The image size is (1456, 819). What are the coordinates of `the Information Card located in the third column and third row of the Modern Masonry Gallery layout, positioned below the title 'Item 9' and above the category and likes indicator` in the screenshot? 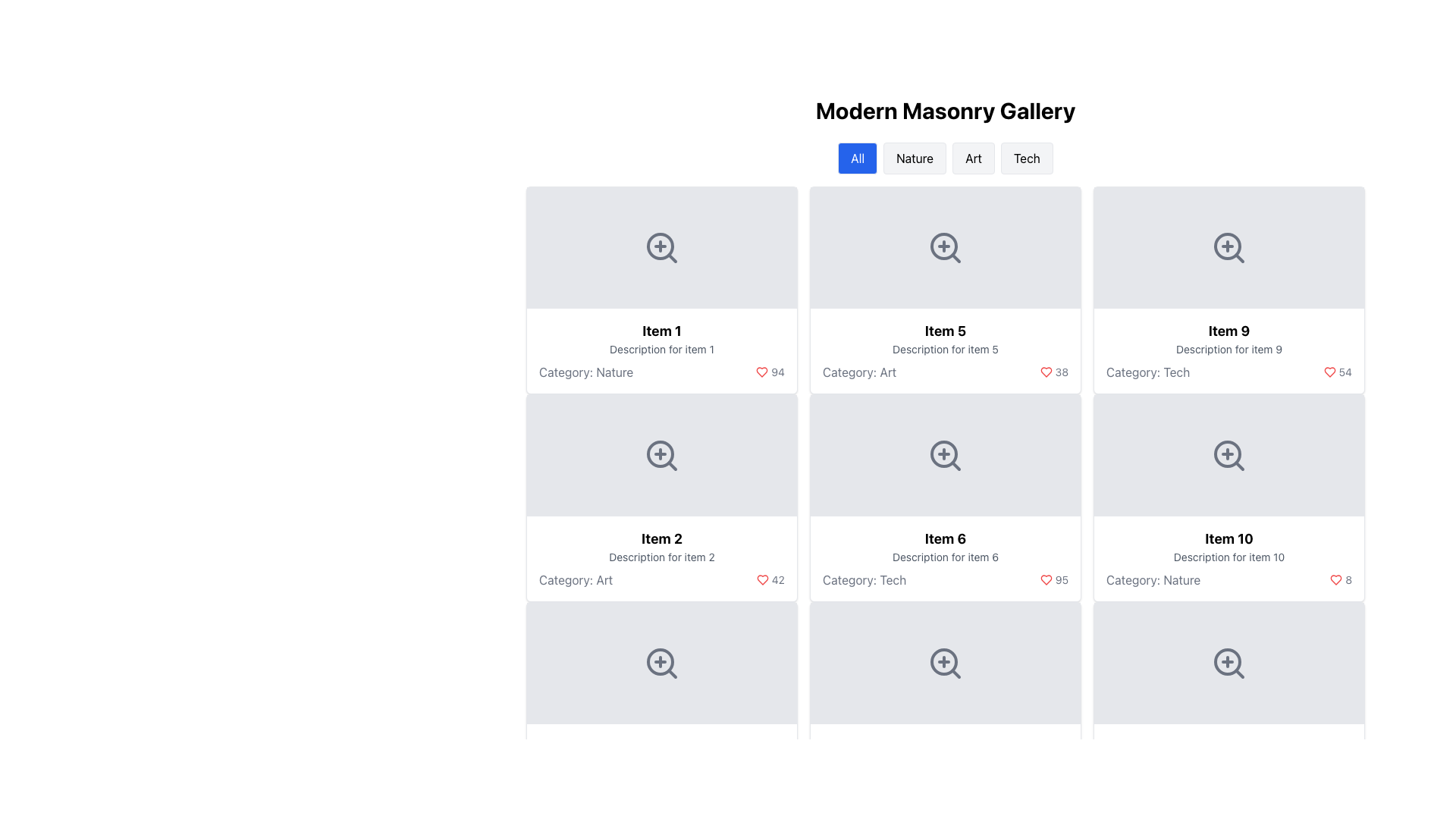 It's located at (1229, 350).